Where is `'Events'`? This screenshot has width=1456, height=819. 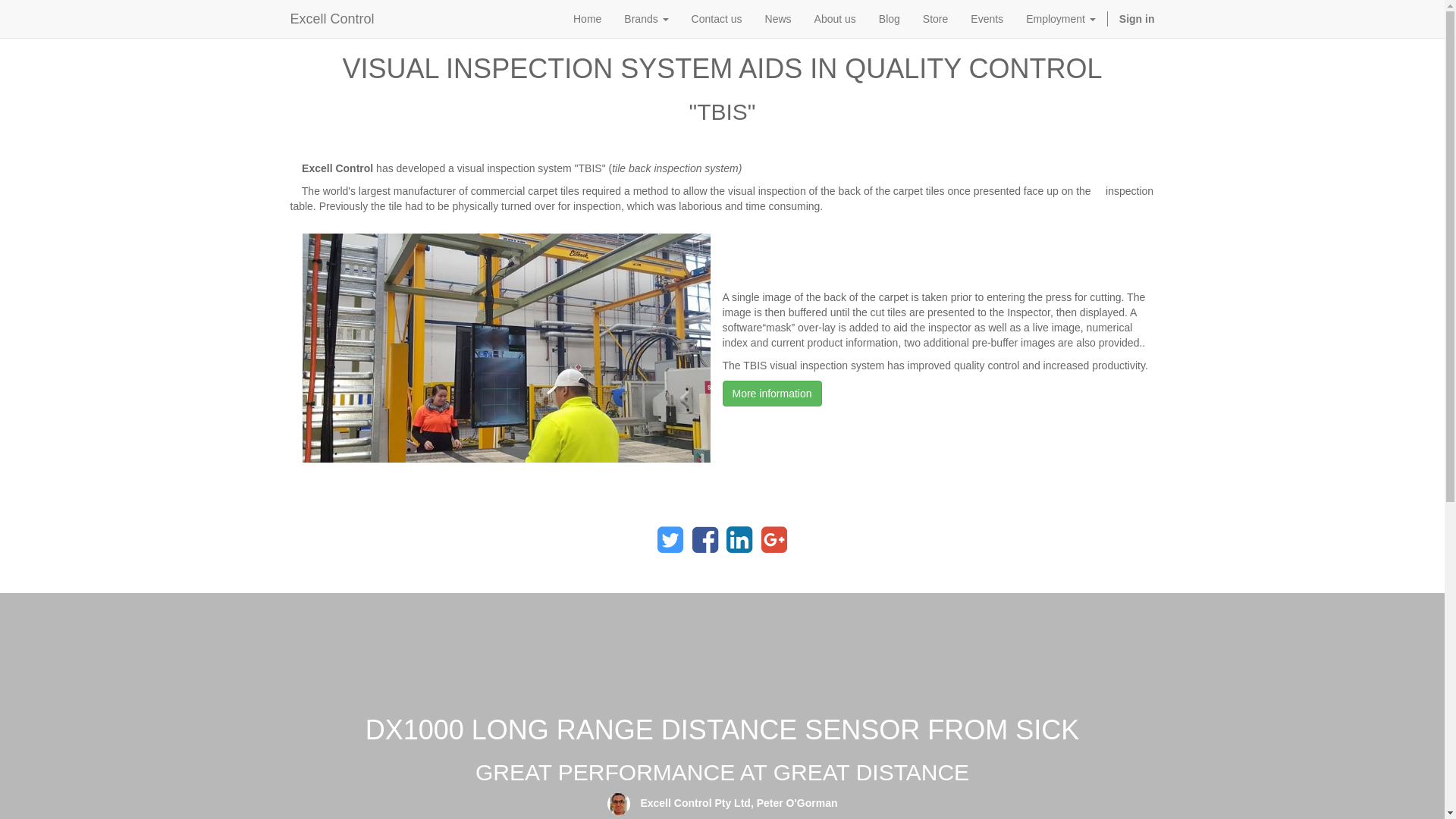 'Events' is located at coordinates (987, 18).